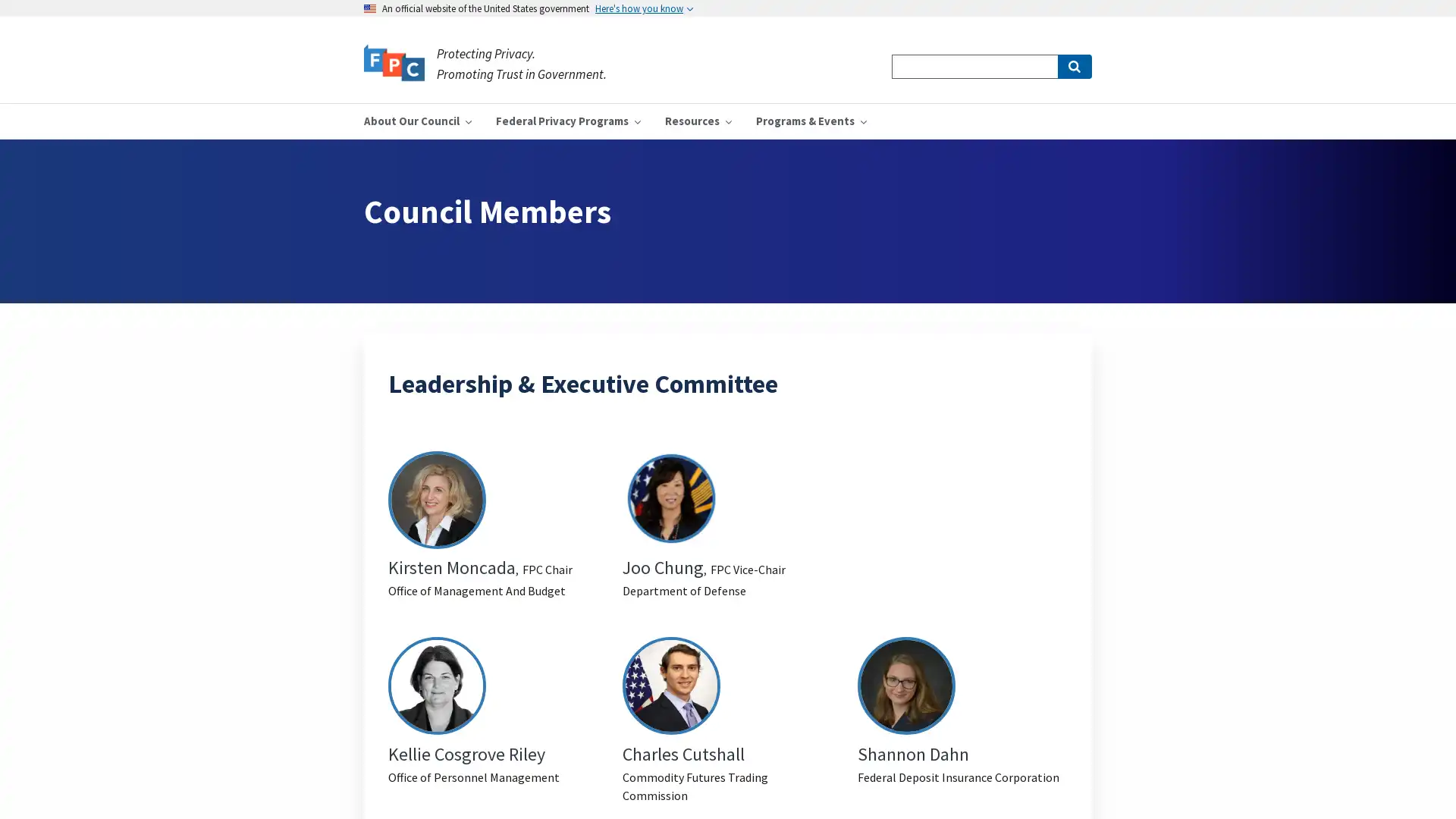 Image resolution: width=1456 pixels, height=819 pixels. What do you see at coordinates (698, 120) in the screenshot?
I see `Resources` at bounding box center [698, 120].